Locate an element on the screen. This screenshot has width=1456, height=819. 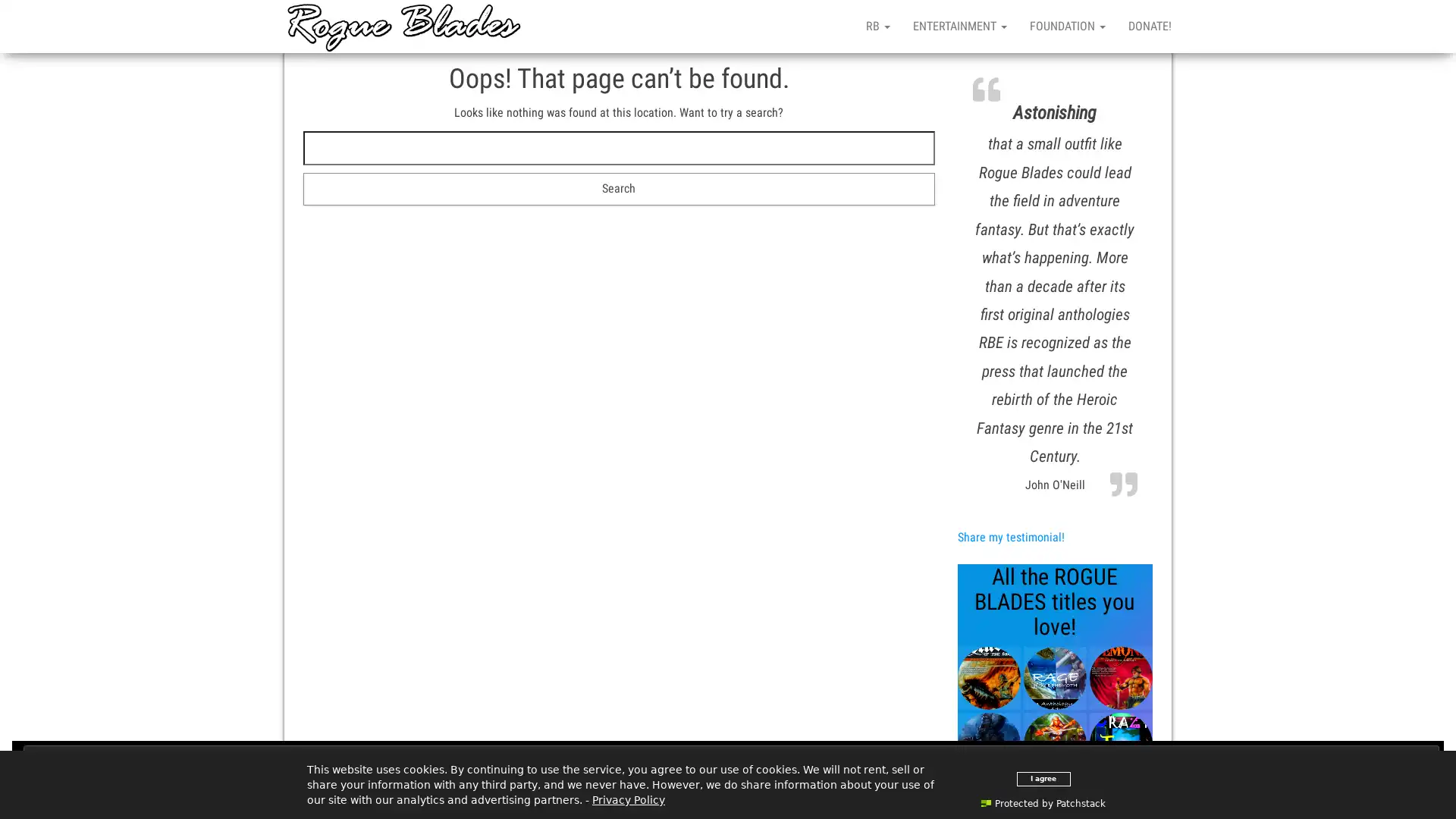
Search is located at coordinates (619, 188).